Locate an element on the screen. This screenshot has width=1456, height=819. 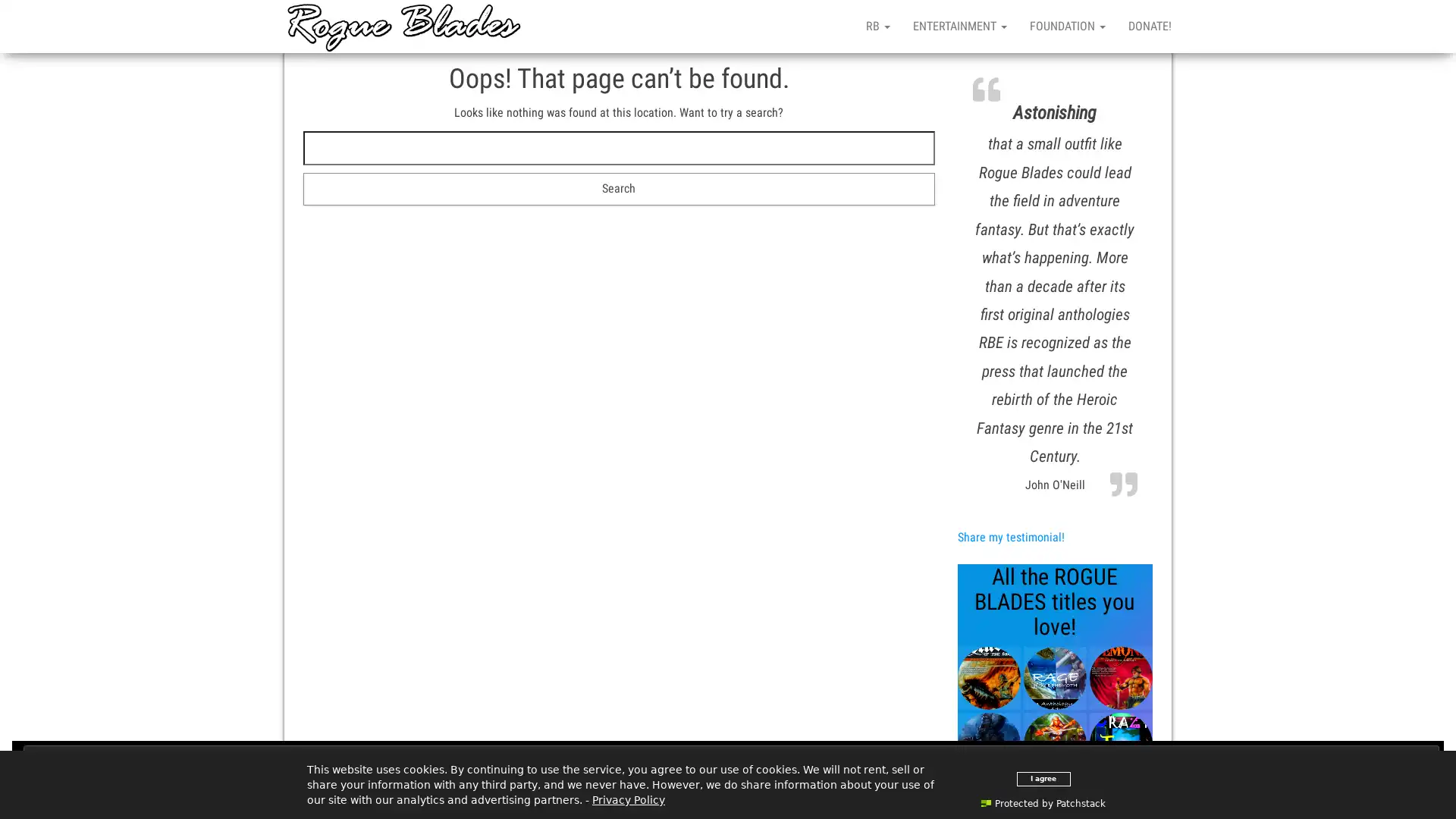
Search is located at coordinates (619, 188).